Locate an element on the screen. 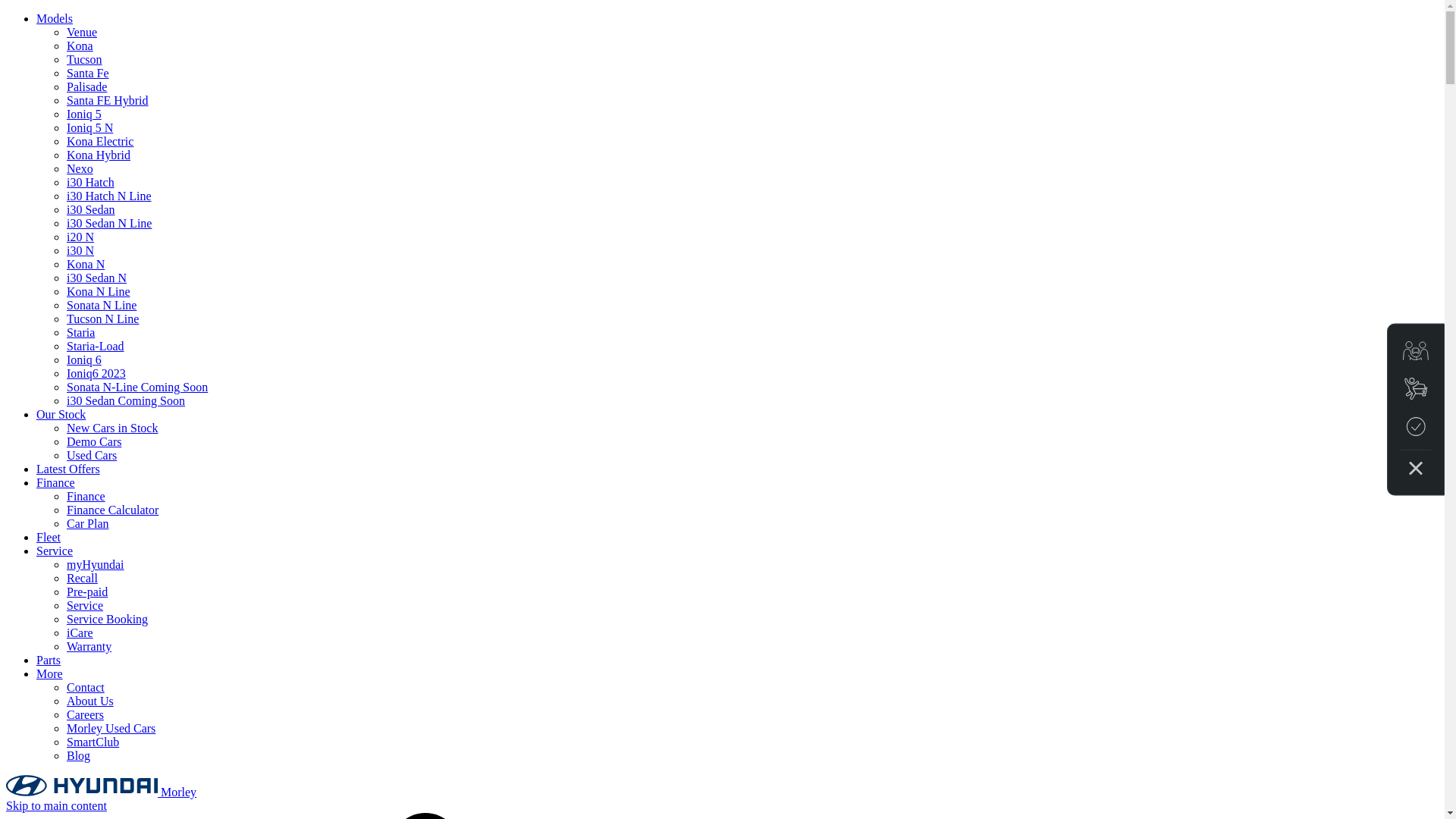 Image resolution: width=1456 pixels, height=819 pixels. 'i30 Sedan' is located at coordinates (90, 209).